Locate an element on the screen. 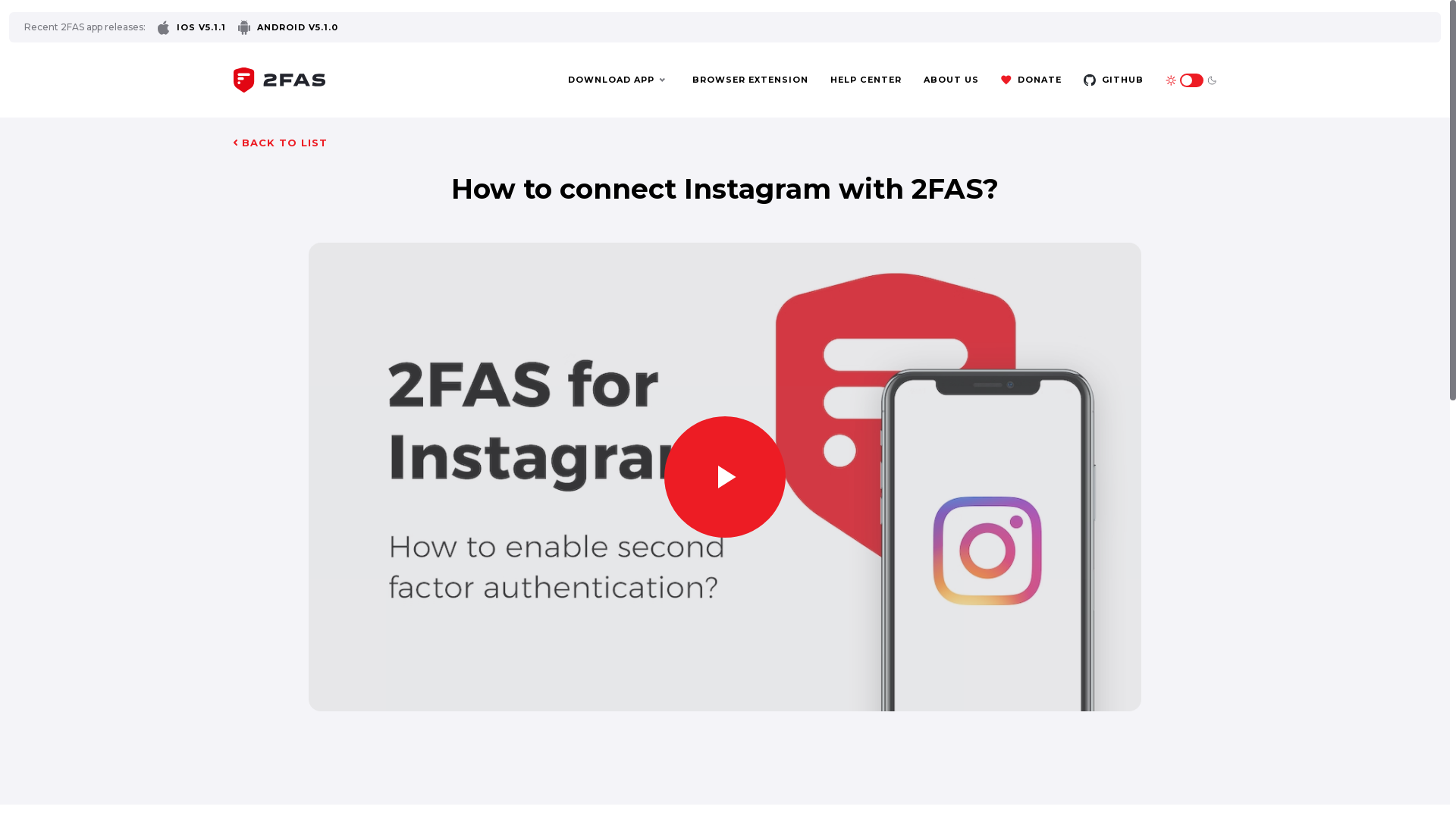 The height and width of the screenshot is (819, 1456). 'DONATE' is located at coordinates (1031, 80).